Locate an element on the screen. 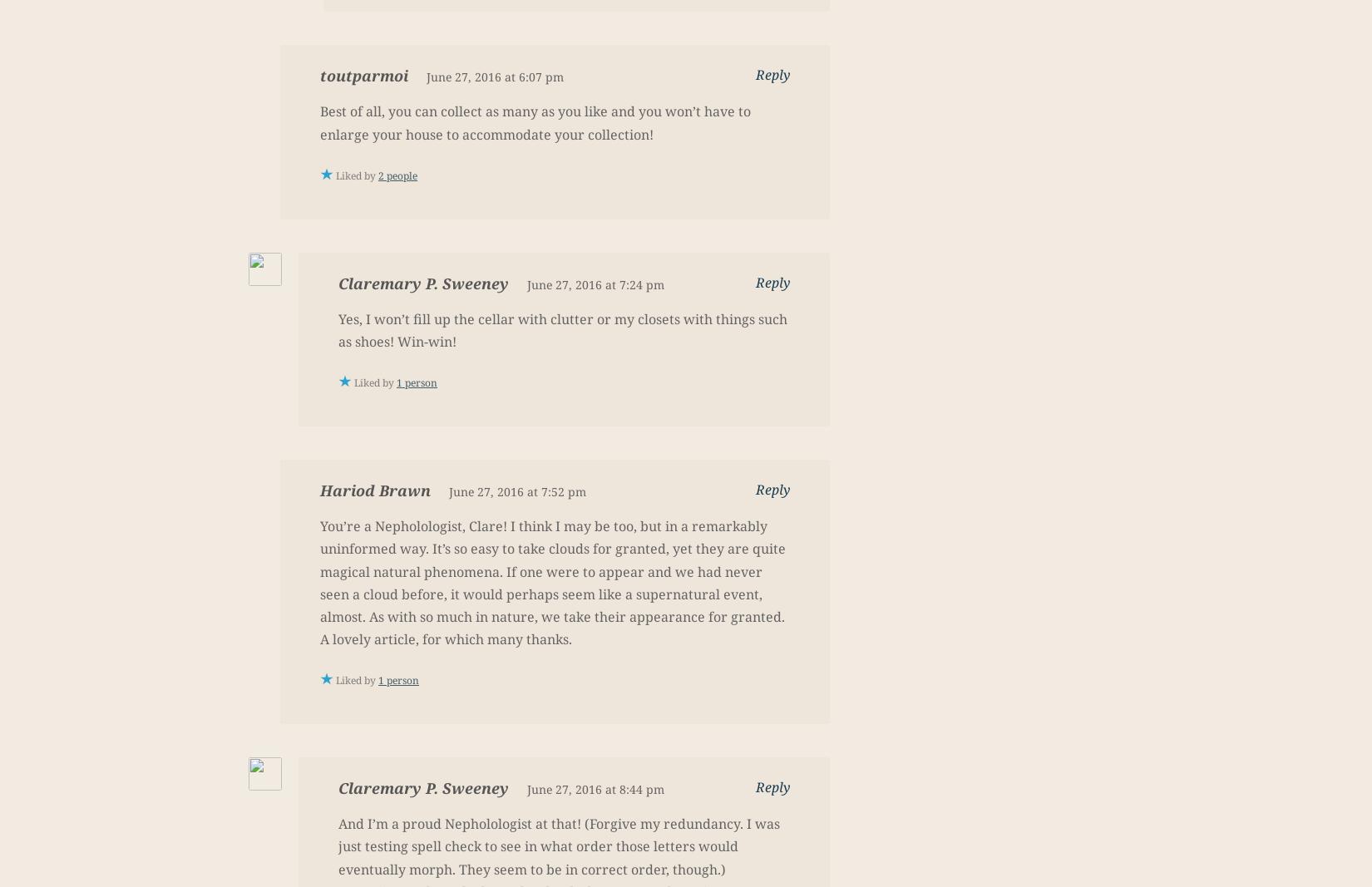 This screenshot has height=887, width=1372. 'toutparmoi' is located at coordinates (363, 75).